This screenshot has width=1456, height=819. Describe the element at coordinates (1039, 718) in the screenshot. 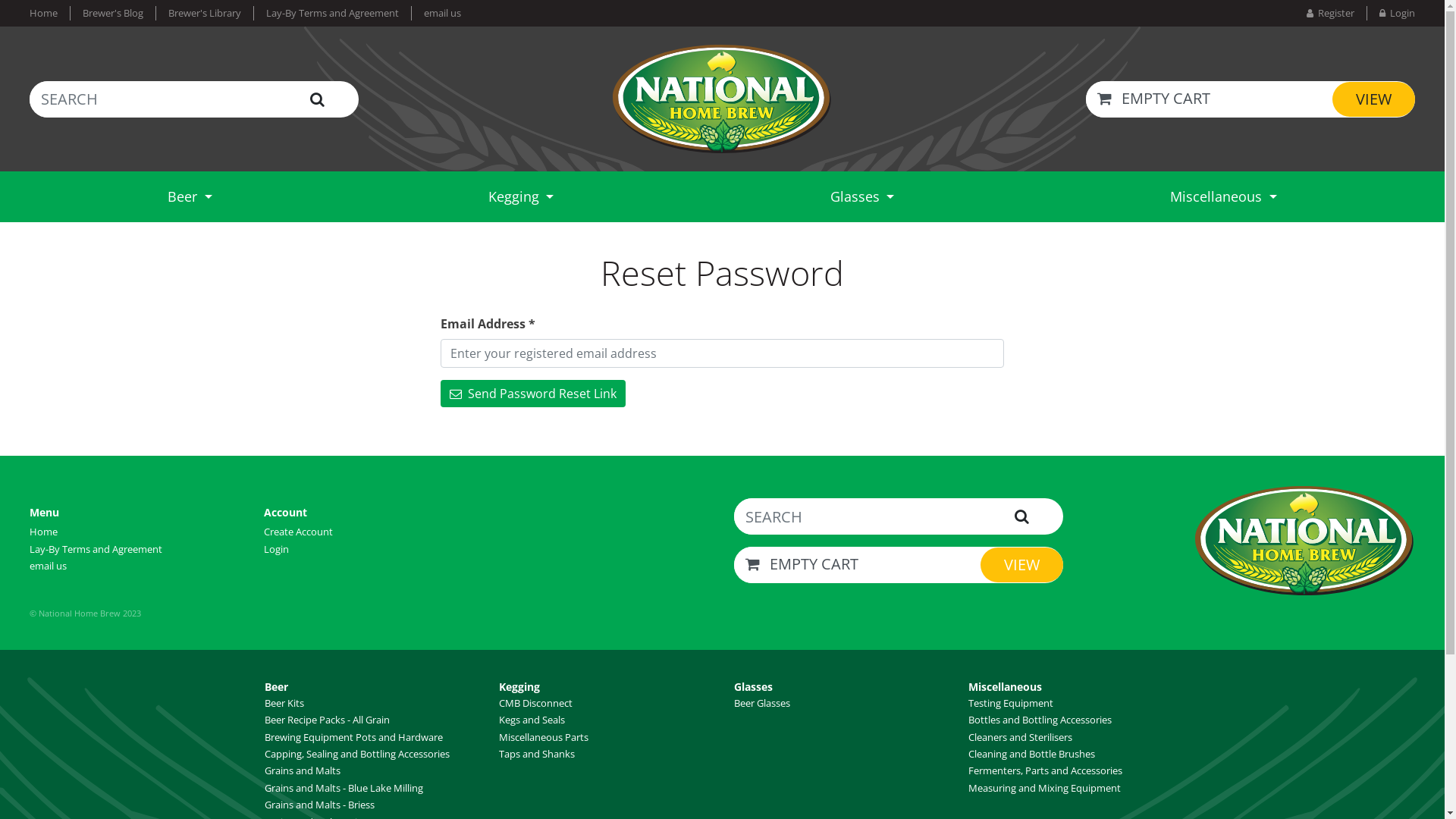

I see `'Bottles and Bottling Accessories'` at that location.